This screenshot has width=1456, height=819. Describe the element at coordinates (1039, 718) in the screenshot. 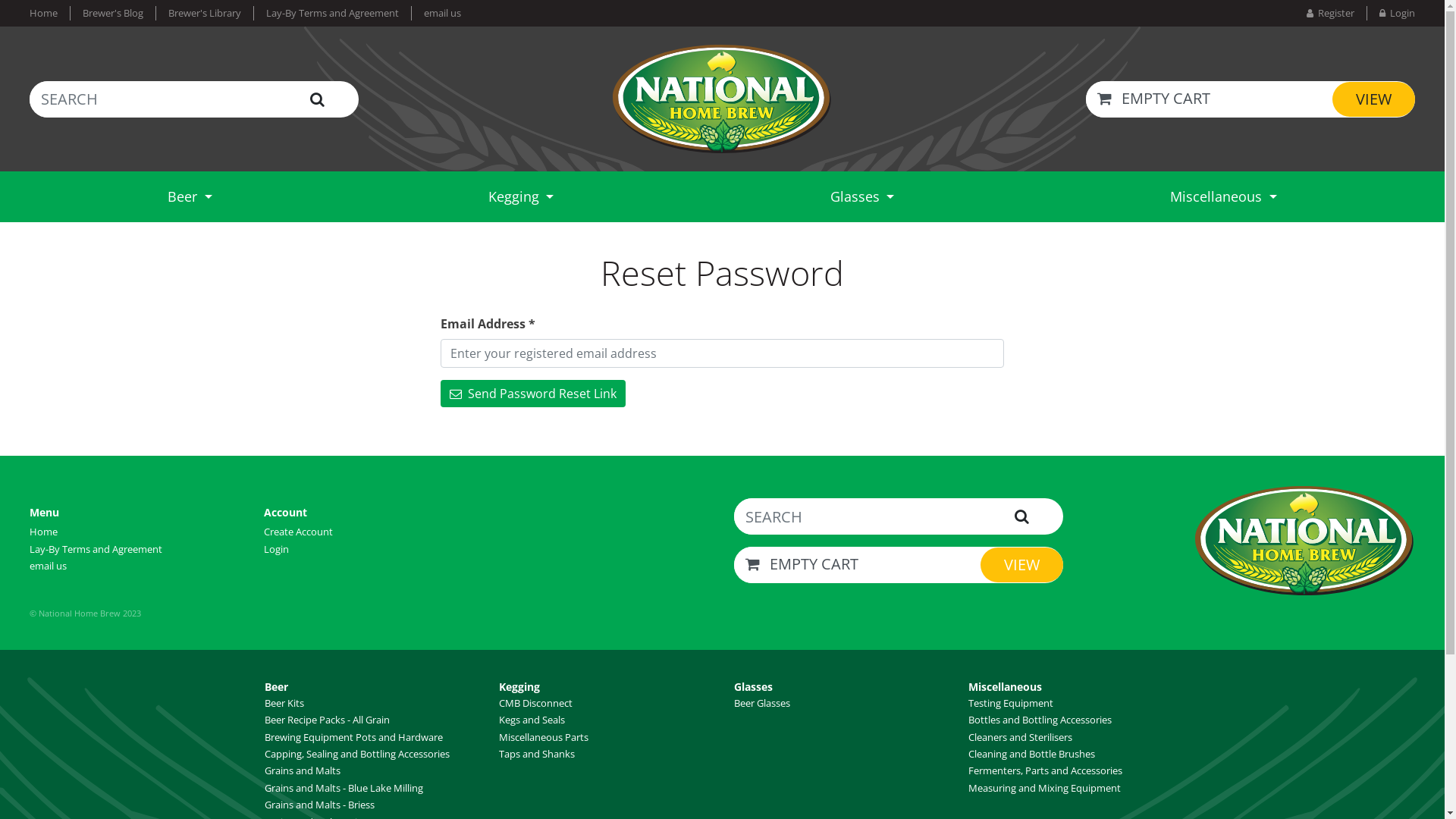

I see `'Bottles and Bottling Accessories'` at that location.